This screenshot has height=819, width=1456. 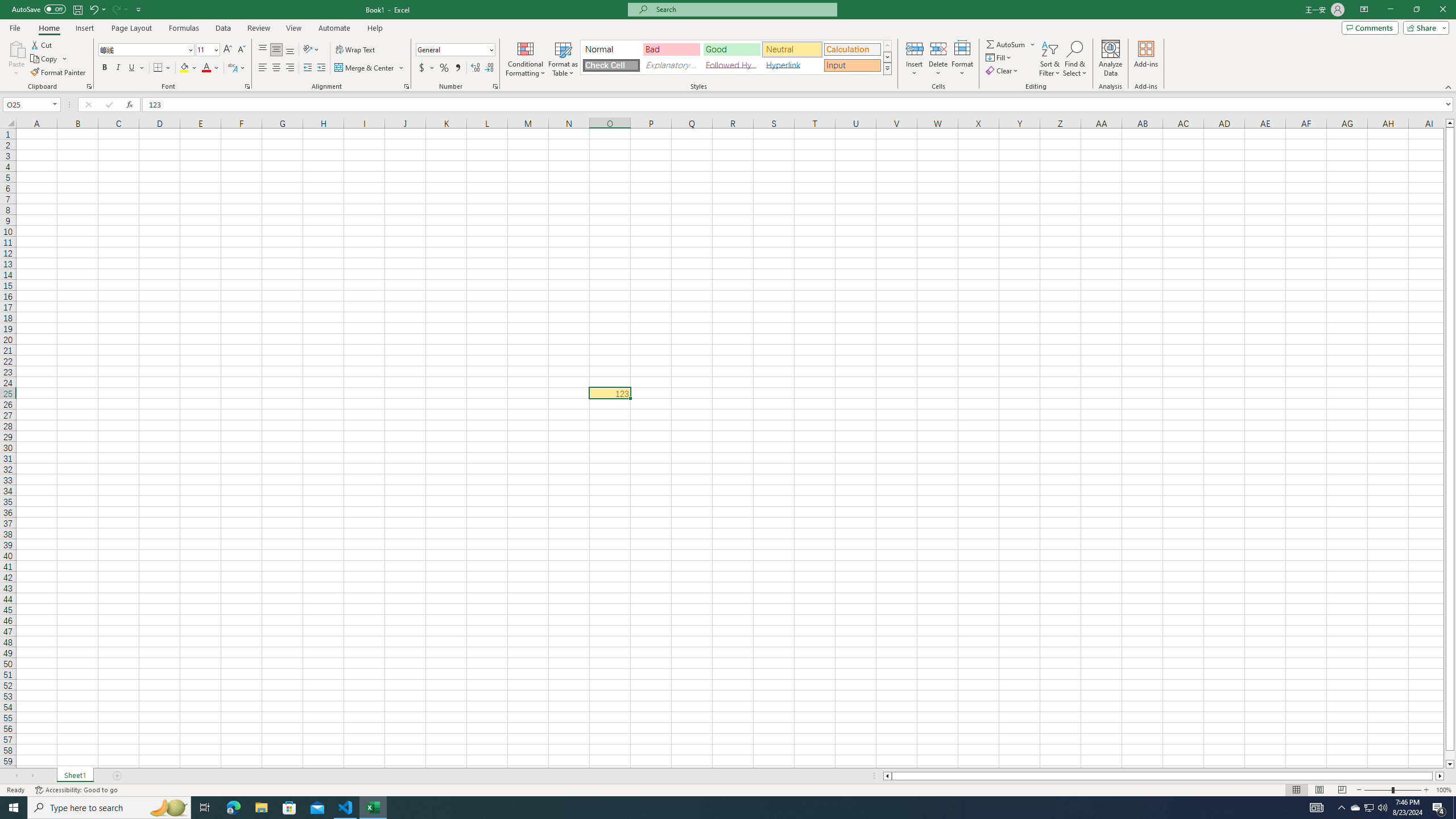 I want to click on 'Analyze Data', so click(x=1110, y=59).